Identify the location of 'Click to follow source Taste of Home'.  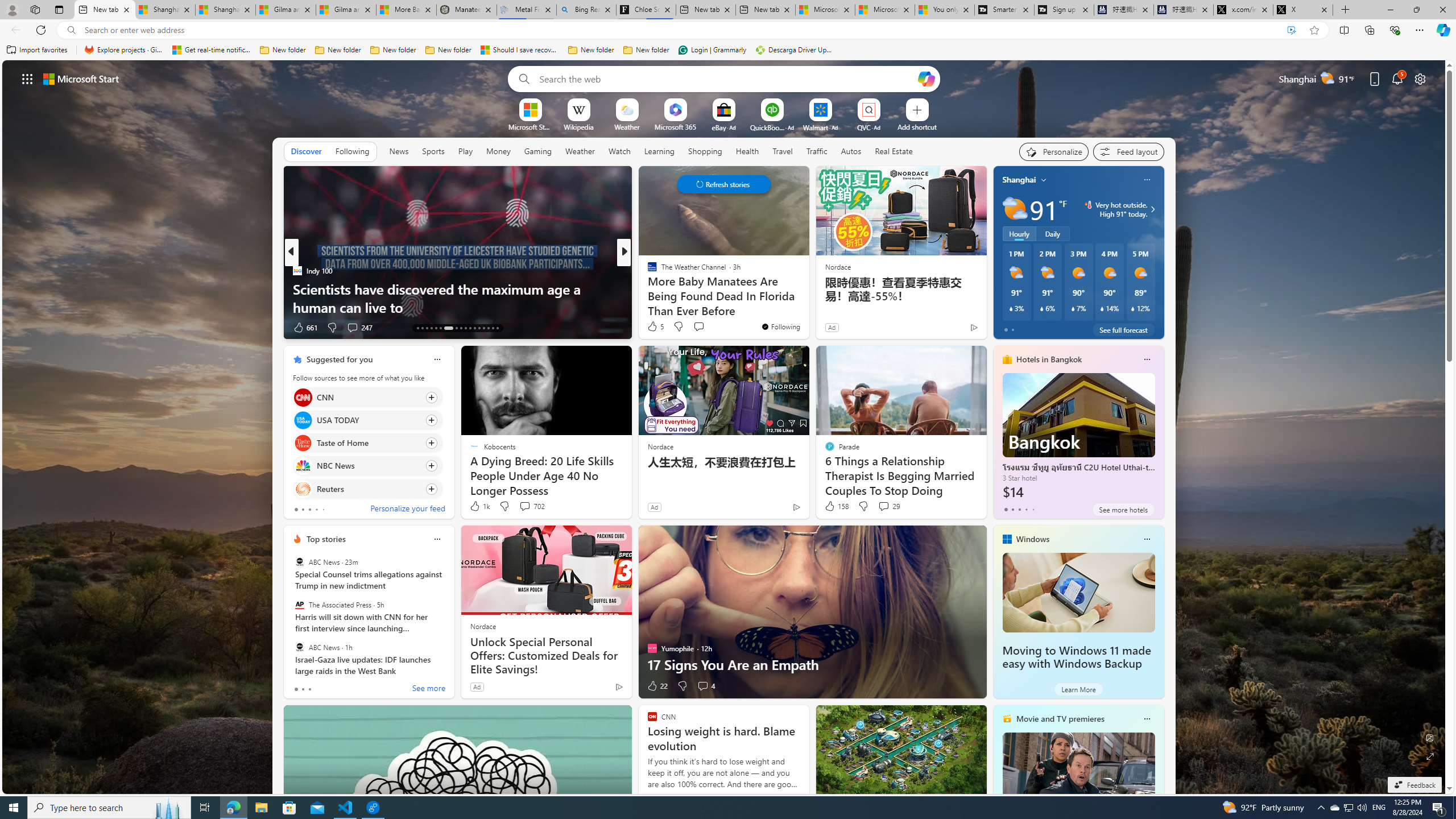
(367, 442).